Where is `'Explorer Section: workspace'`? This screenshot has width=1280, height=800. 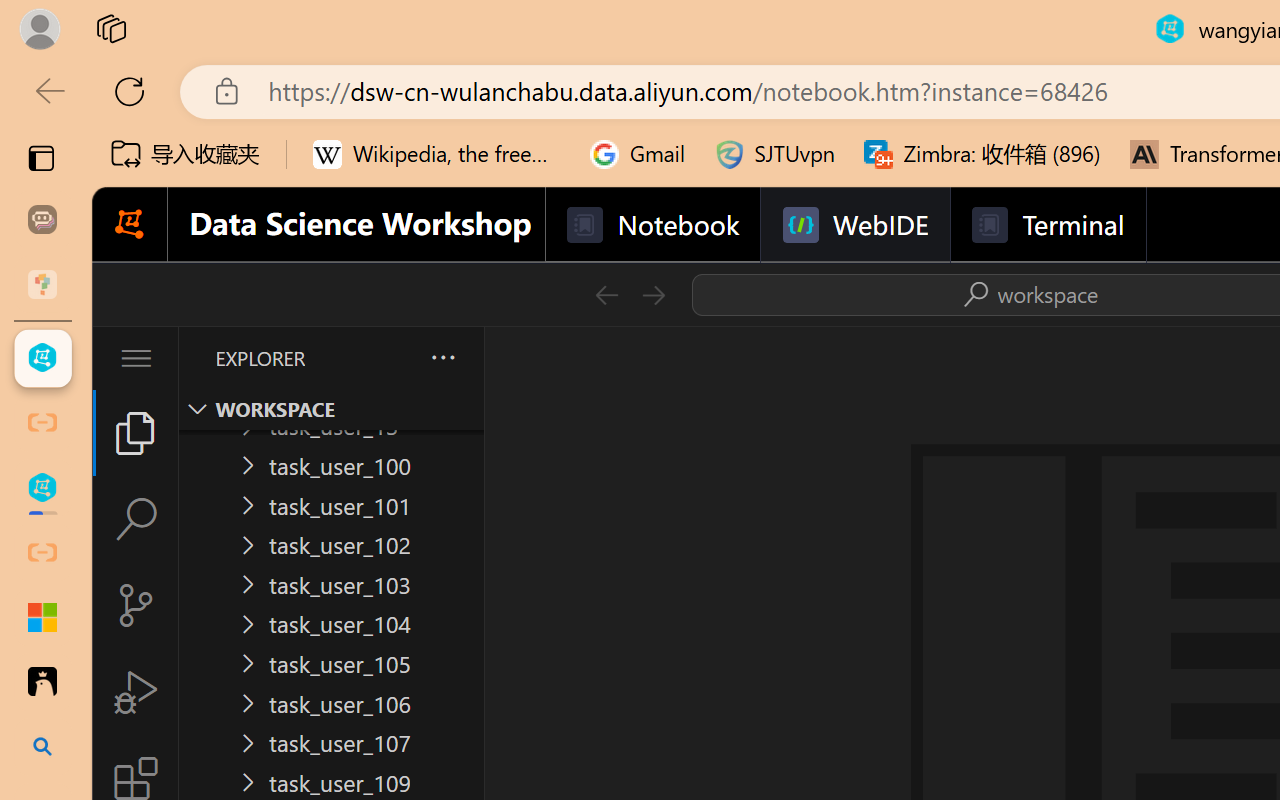 'Explorer Section: workspace' is located at coordinates (331, 409).